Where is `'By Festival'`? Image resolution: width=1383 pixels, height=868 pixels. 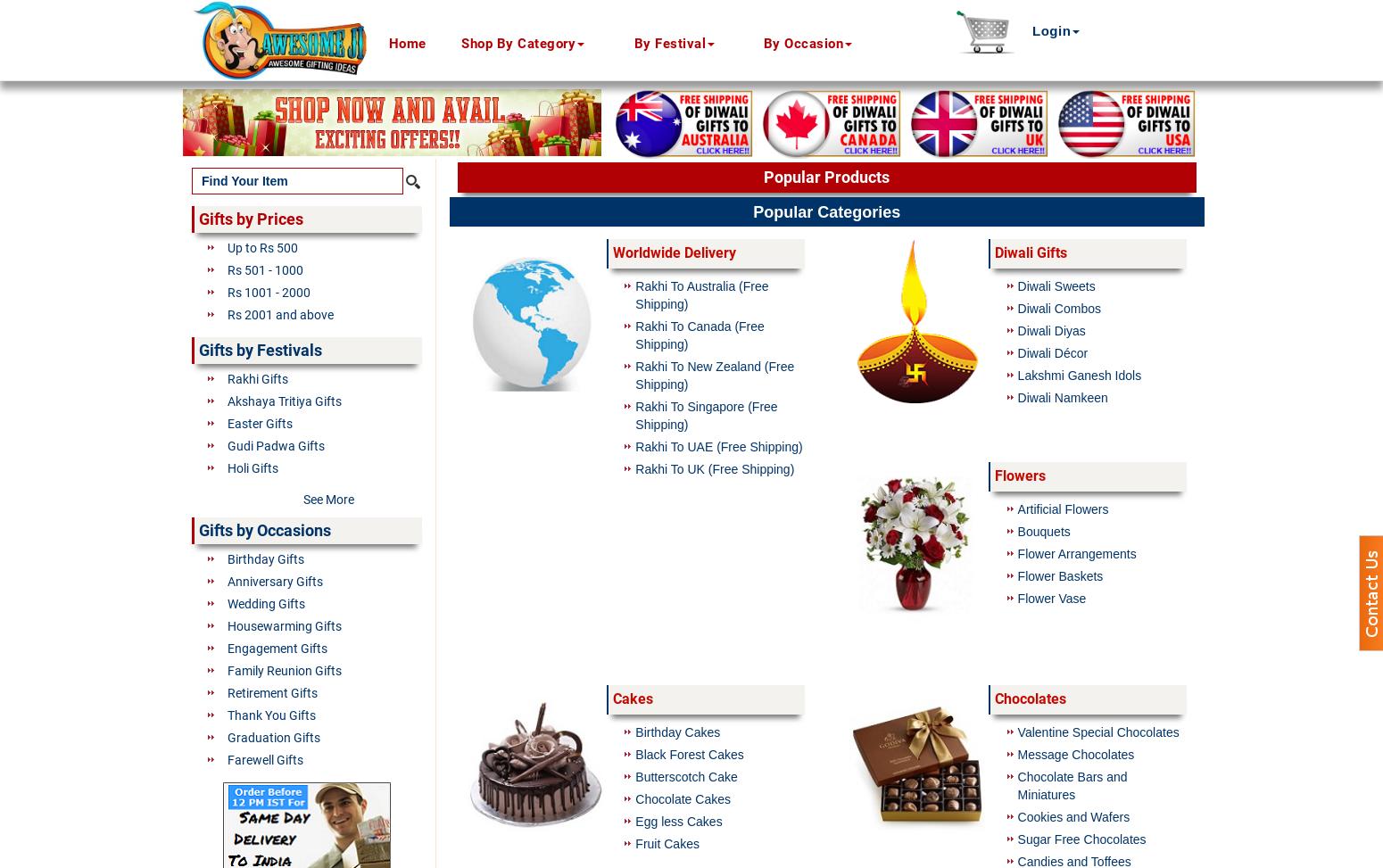 'By Festival' is located at coordinates (669, 44).